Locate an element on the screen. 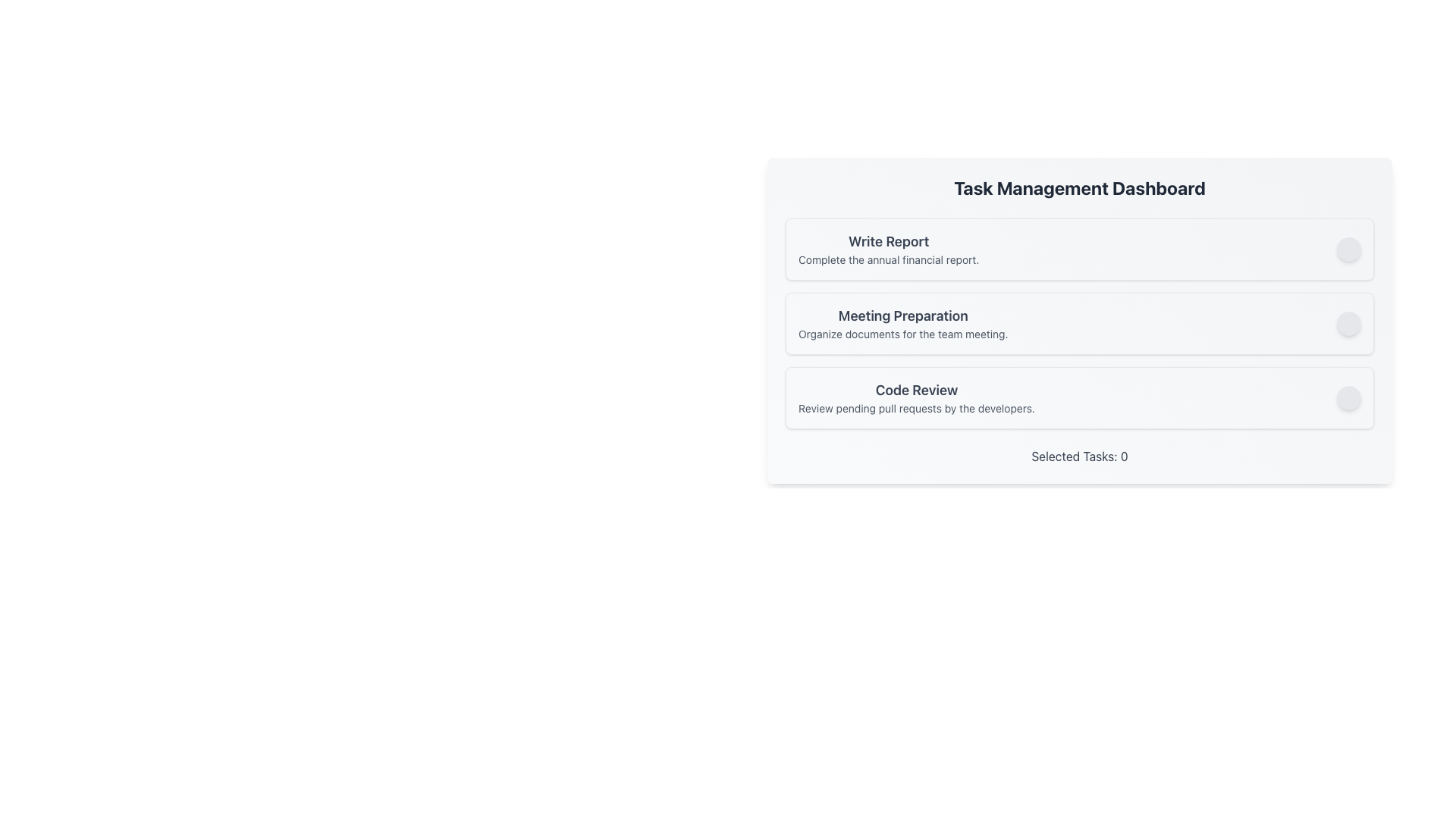 The image size is (1456, 819). the Text Label providing context for the task 'Write Report', located directly beneath the header text is located at coordinates (889, 259).